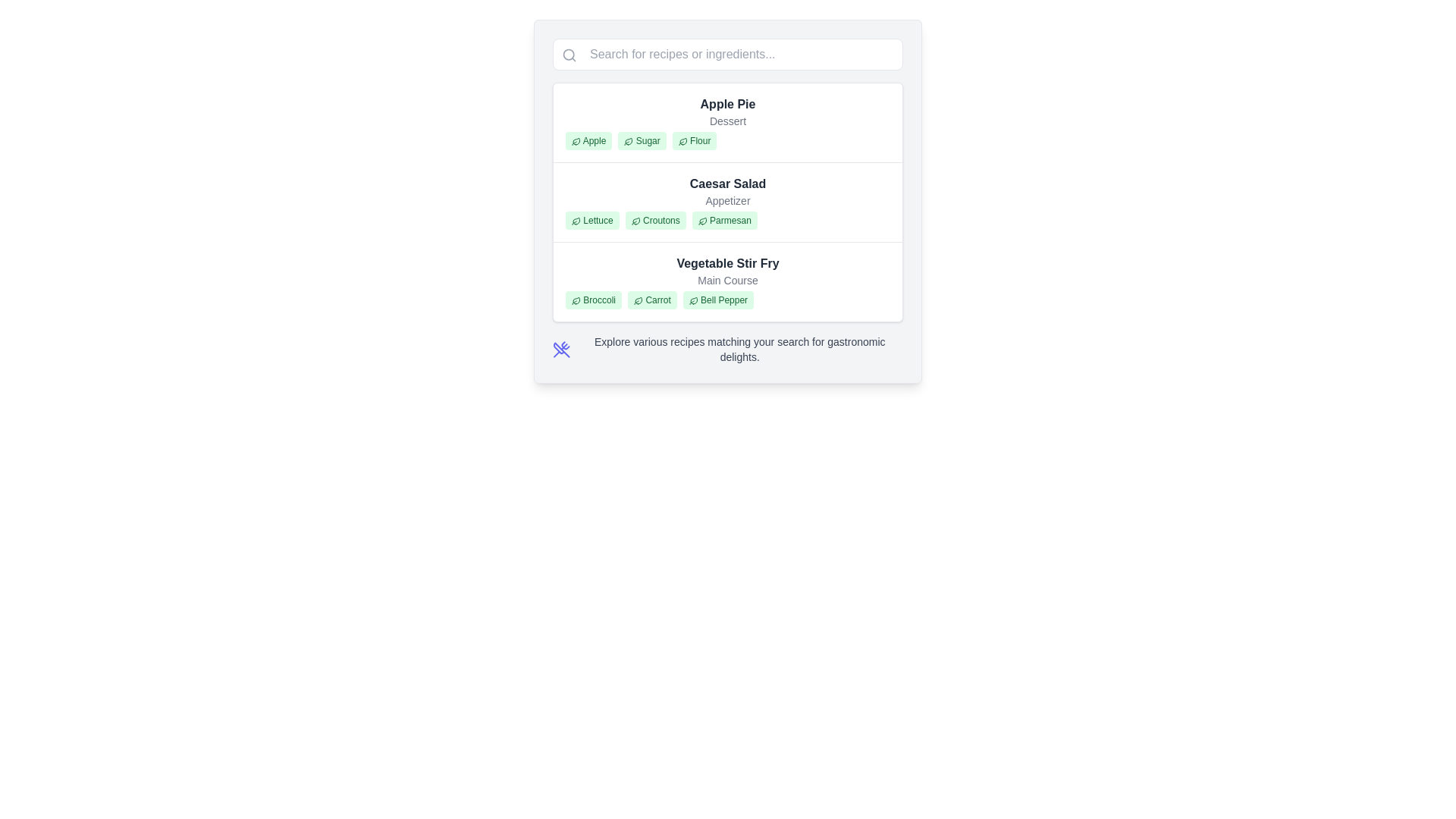 The image size is (1456, 819). What do you see at coordinates (629, 141) in the screenshot?
I see `the green leaf icon next to the text 'Sugar' in the 'Apple Pie' recipe ingredients list` at bounding box center [629, 141].